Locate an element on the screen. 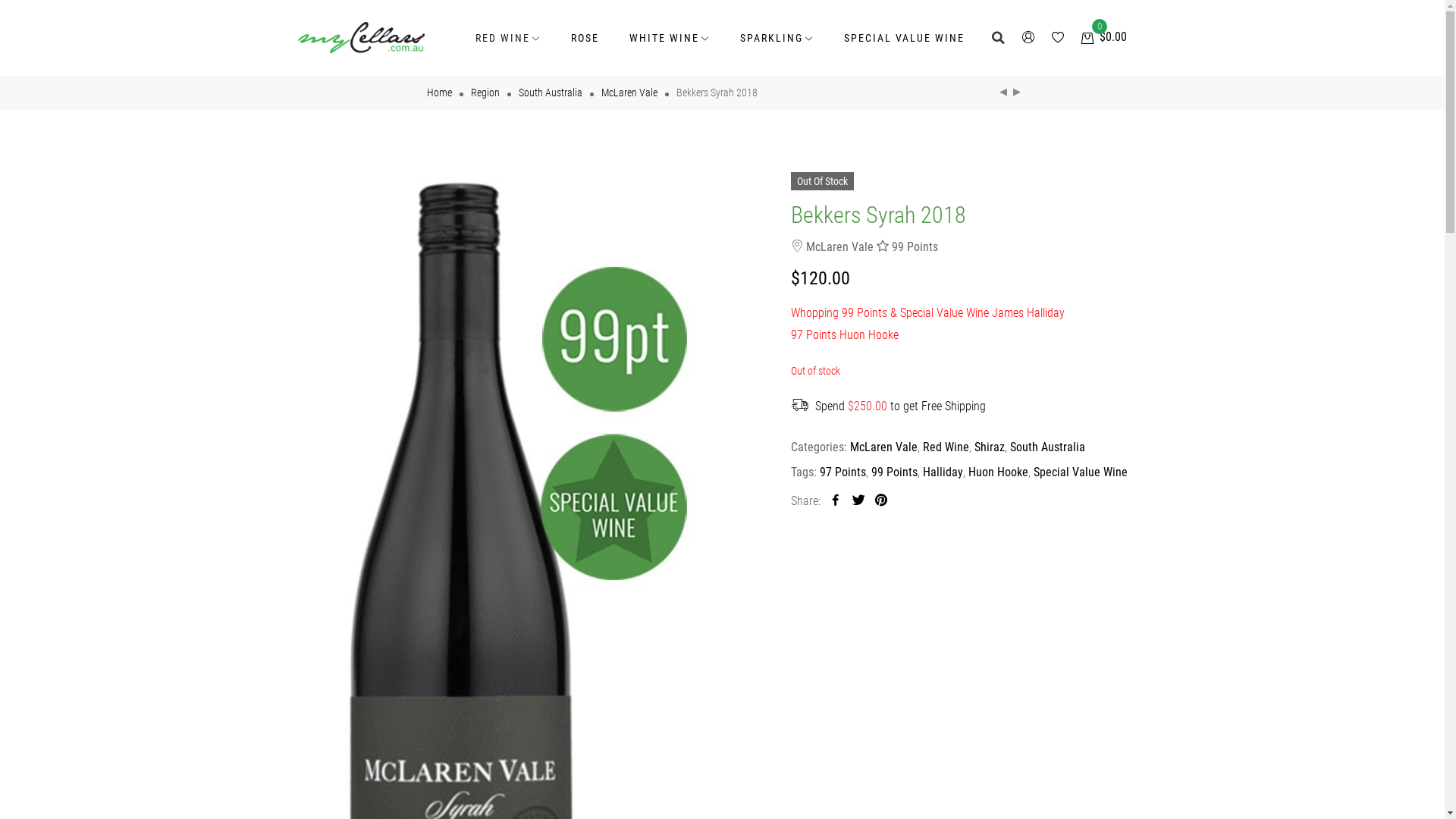  'Huon Hooke' is located at coordinates (997, 471).